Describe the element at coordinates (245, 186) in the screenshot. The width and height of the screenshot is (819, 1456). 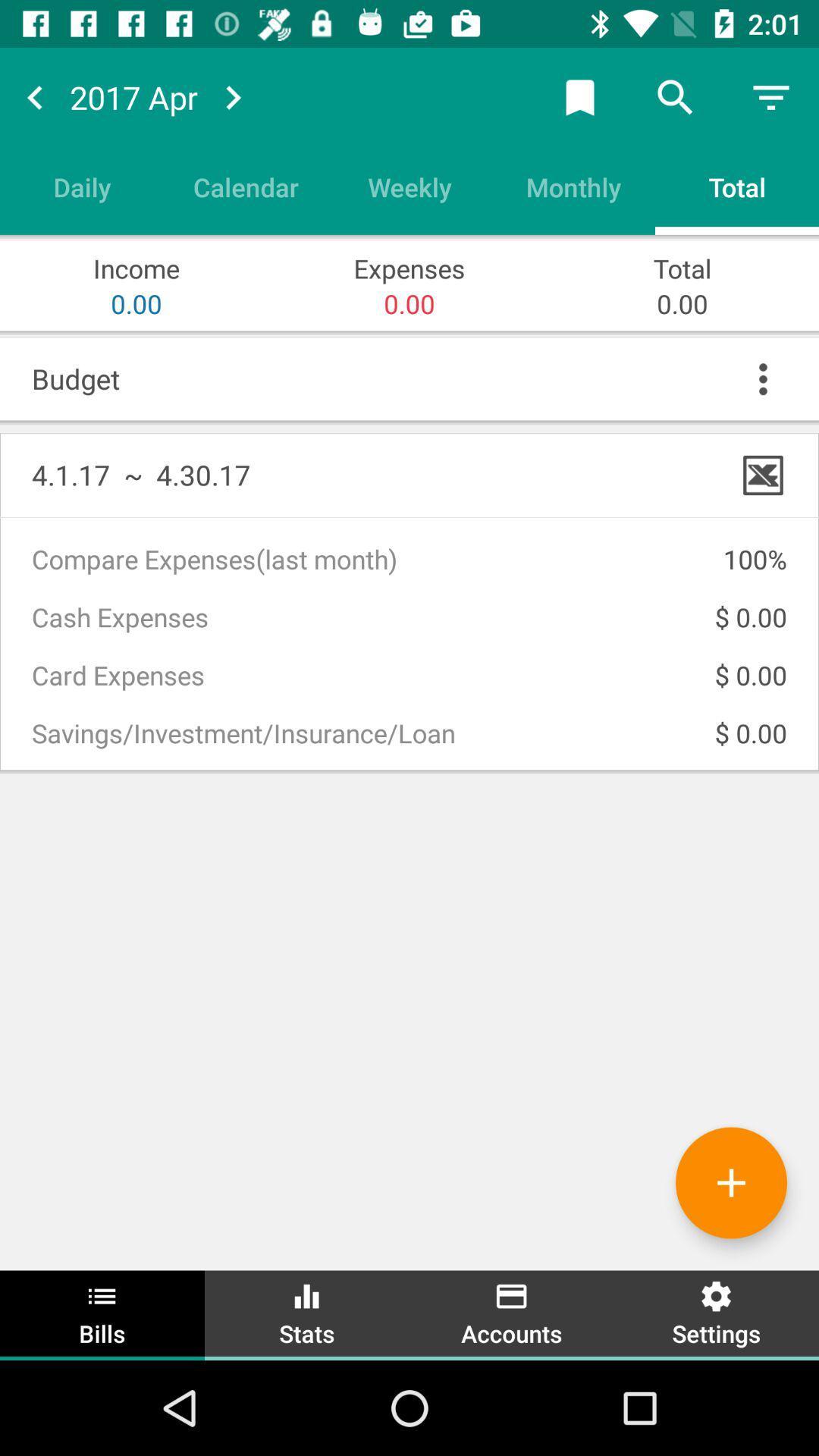
I see `item to the left of the weekly icon` at that location.